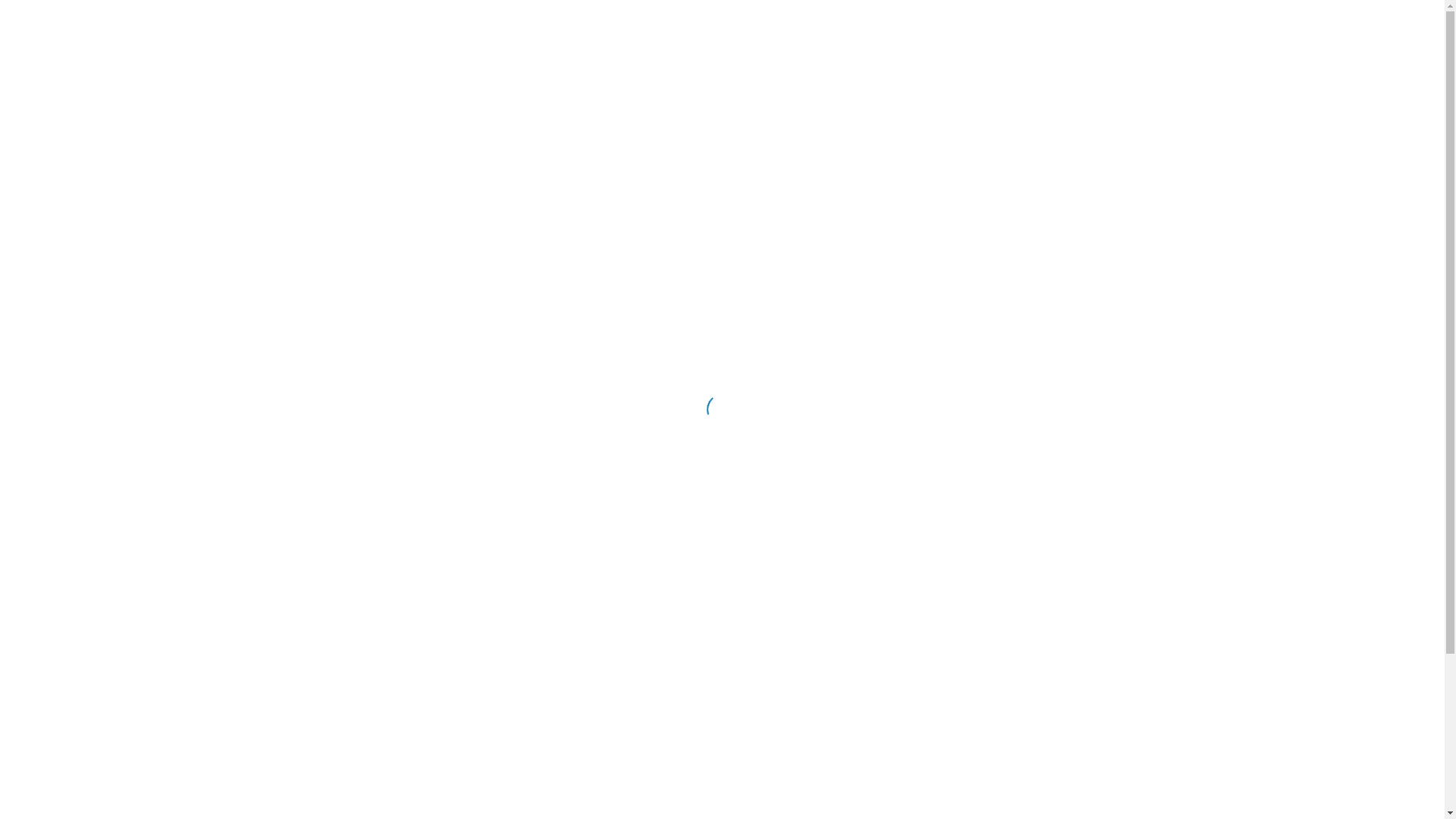  Describe the element at coordinates (1423, 23) in the screenshot. I see `'EN'` at that location.